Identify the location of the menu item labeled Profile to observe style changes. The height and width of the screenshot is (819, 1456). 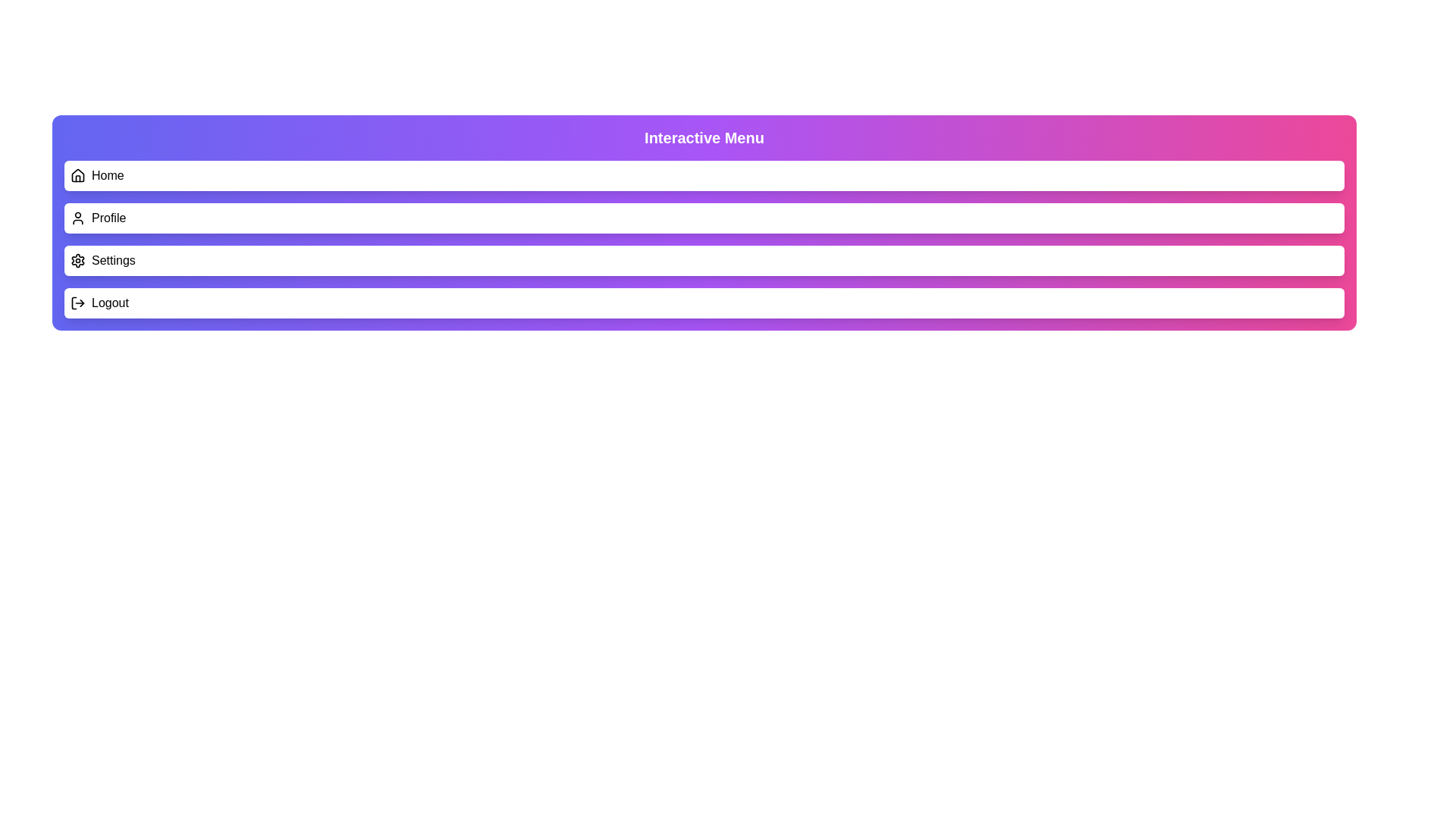
(704, 218).